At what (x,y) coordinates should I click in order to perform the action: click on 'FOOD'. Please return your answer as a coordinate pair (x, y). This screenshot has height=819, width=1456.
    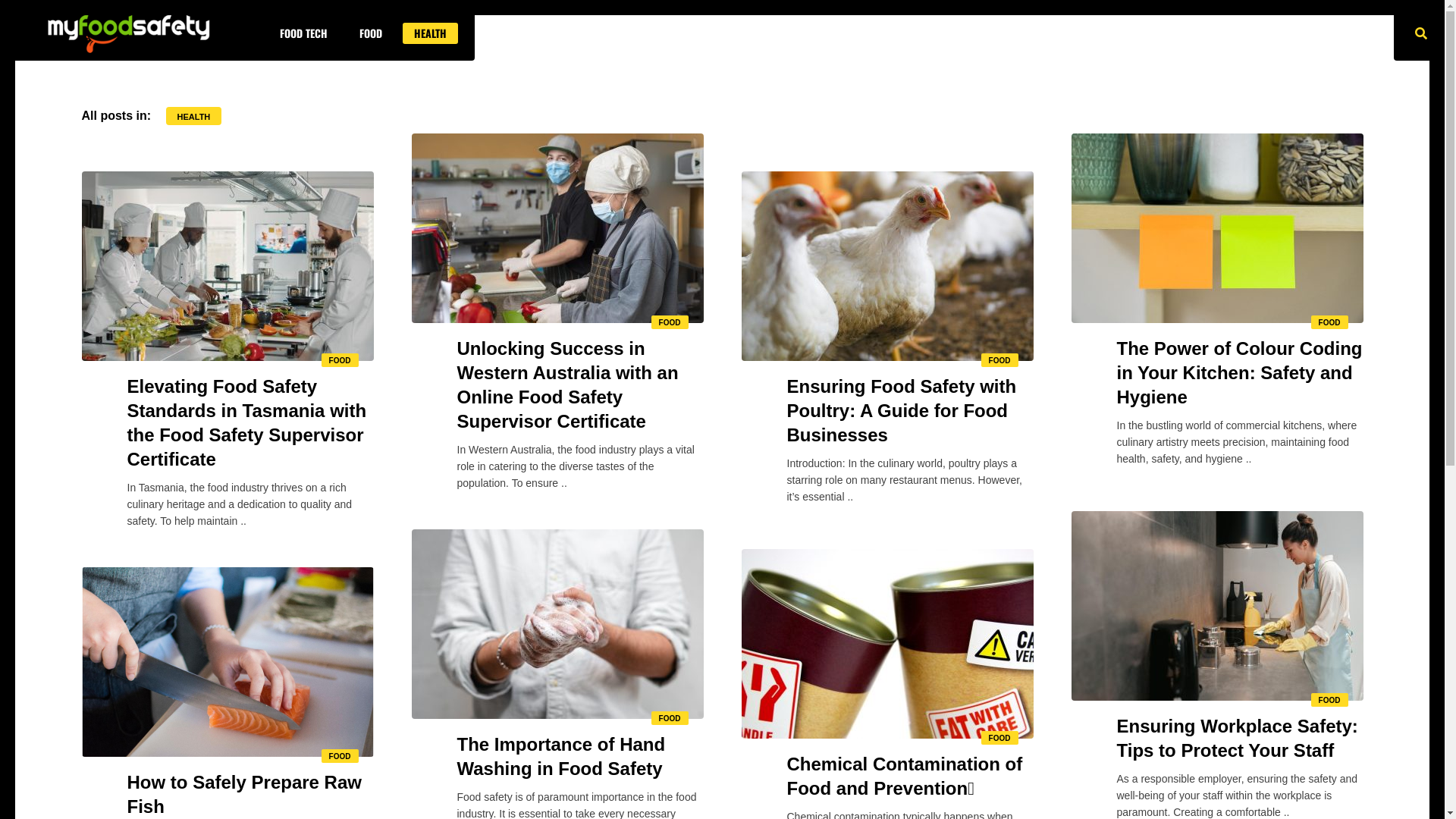
    Looking at the image, I should click on (371, 33).